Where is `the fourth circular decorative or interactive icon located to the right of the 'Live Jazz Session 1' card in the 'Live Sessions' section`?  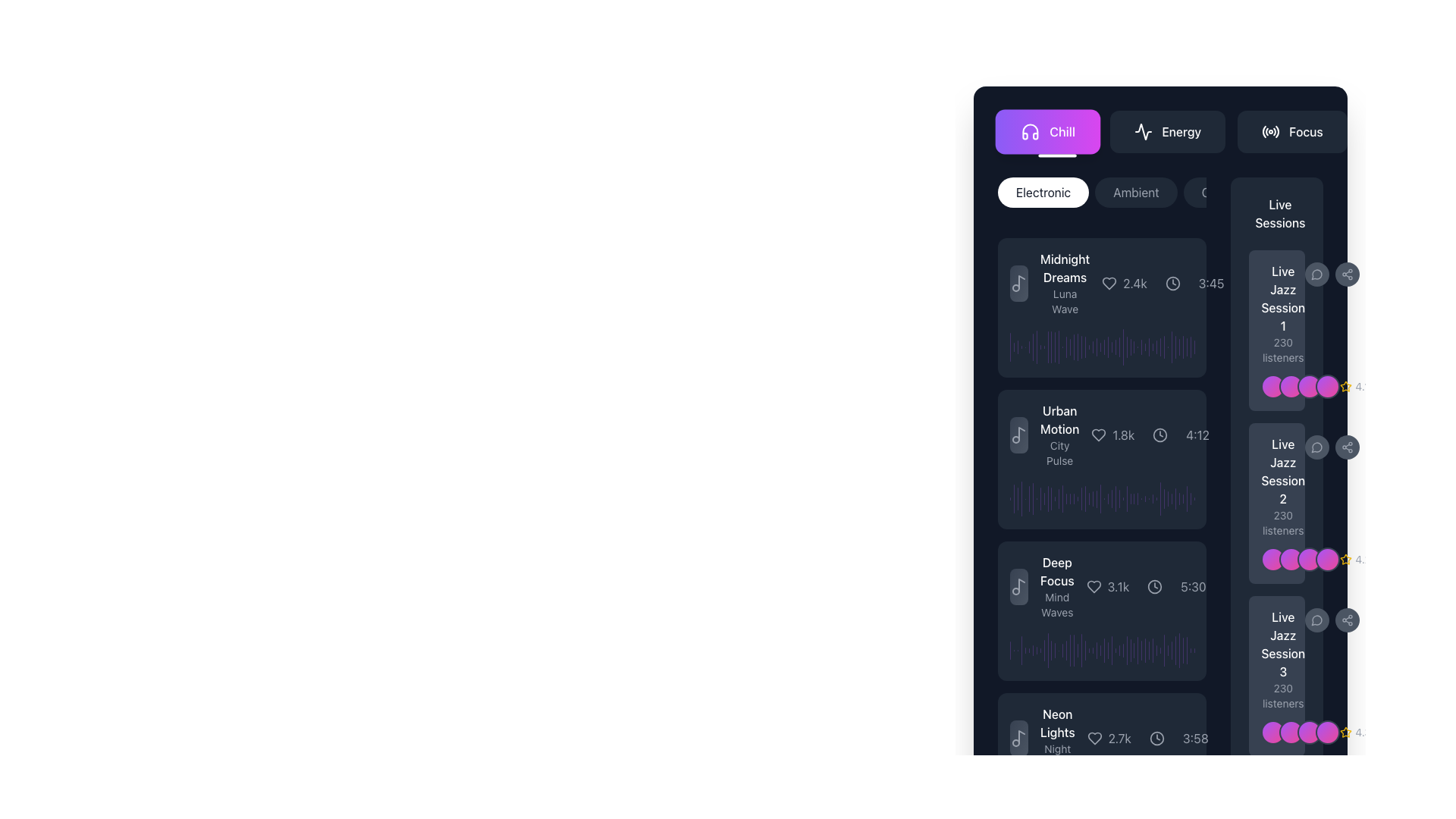 the fourth circular decorative or interactive icon located to the right of the 'Live Jazz Session 1' card in the 'Live Sessions' section is located at coordinates (1327, 385).